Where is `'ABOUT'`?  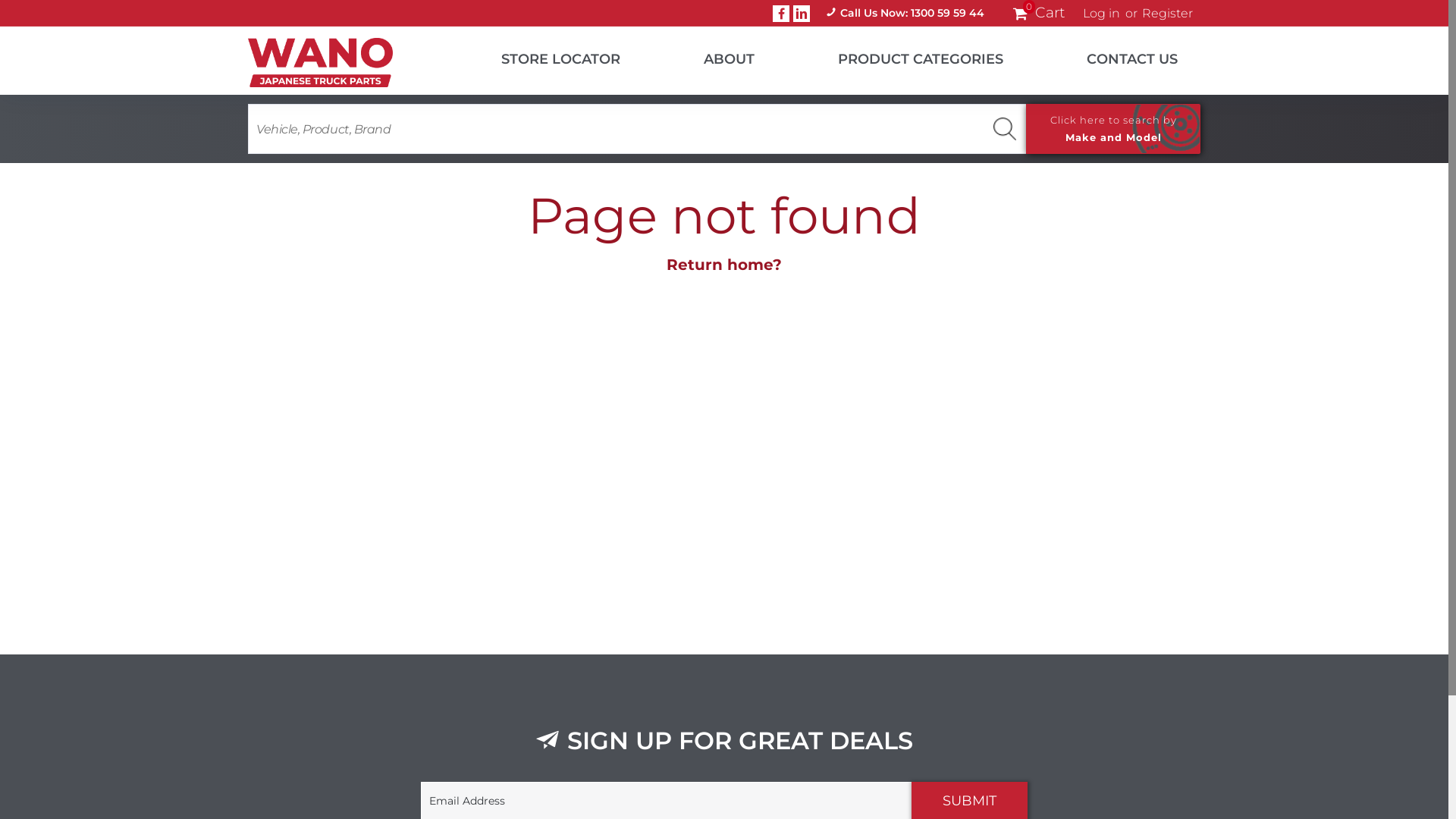 'ABOUT' is located at coordinates (643, 55).